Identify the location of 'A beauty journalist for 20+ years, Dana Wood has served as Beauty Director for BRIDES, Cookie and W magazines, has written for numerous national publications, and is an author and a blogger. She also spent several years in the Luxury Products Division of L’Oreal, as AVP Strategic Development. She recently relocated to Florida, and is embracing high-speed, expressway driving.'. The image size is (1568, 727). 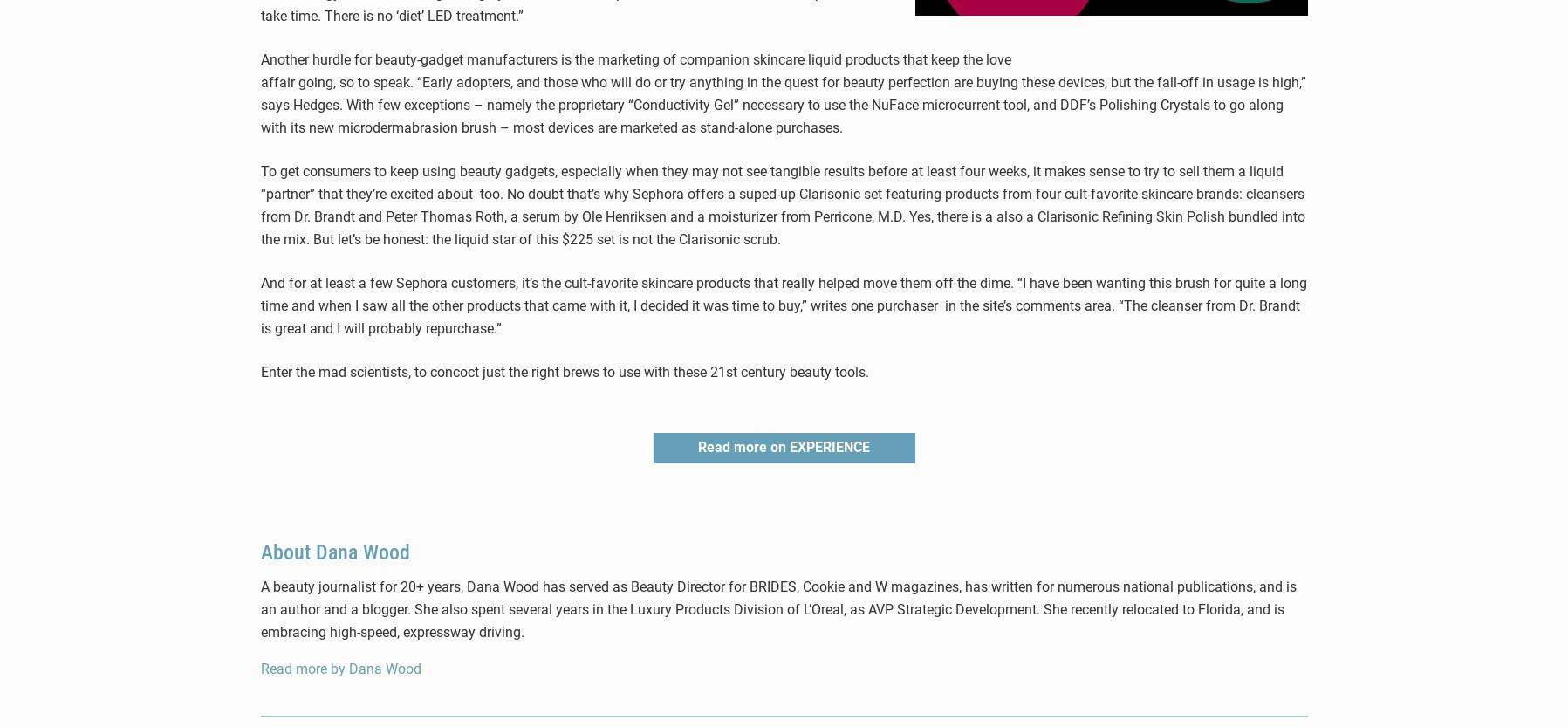
(777, 608).